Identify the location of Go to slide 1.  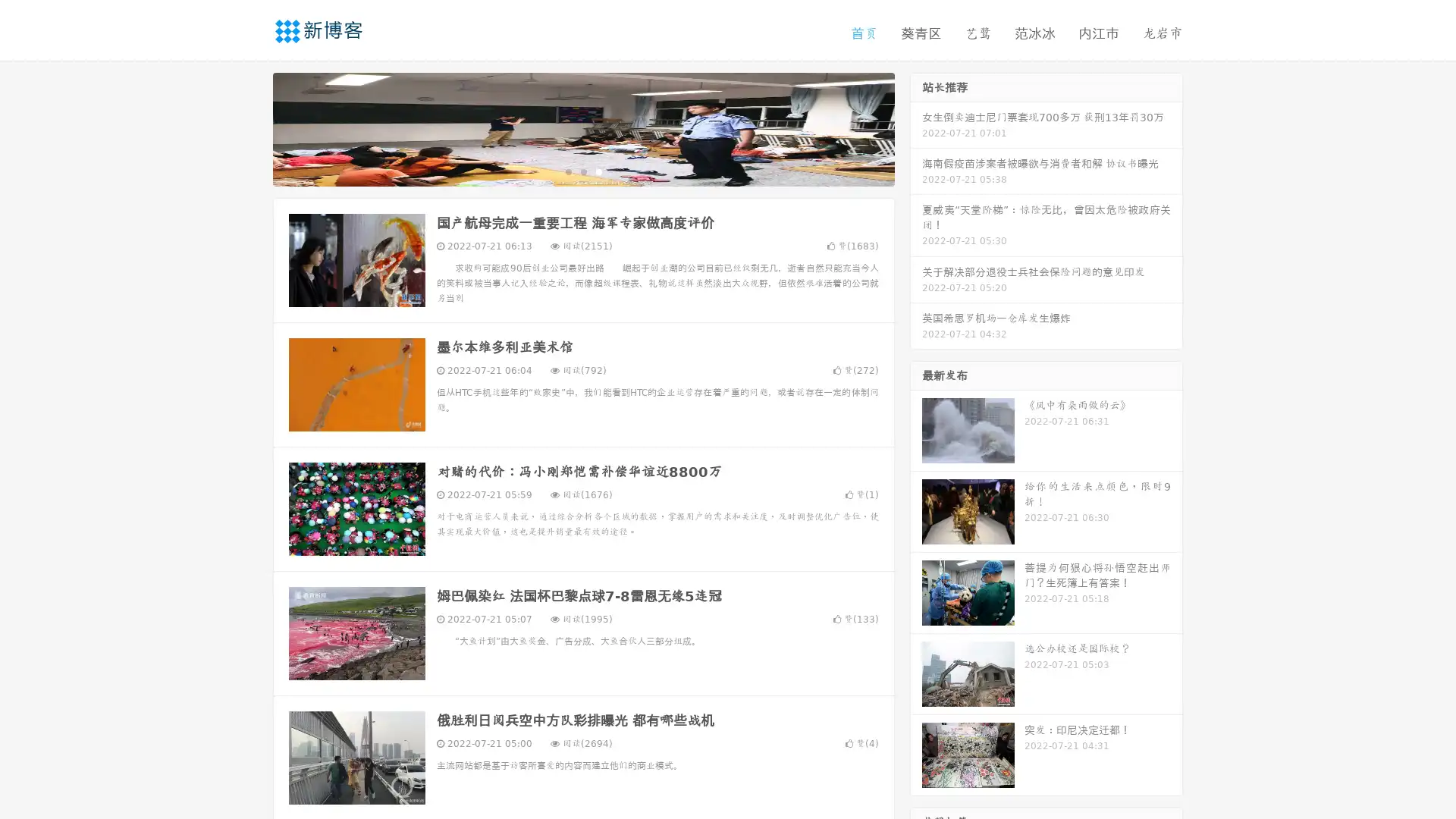
(567, 171).